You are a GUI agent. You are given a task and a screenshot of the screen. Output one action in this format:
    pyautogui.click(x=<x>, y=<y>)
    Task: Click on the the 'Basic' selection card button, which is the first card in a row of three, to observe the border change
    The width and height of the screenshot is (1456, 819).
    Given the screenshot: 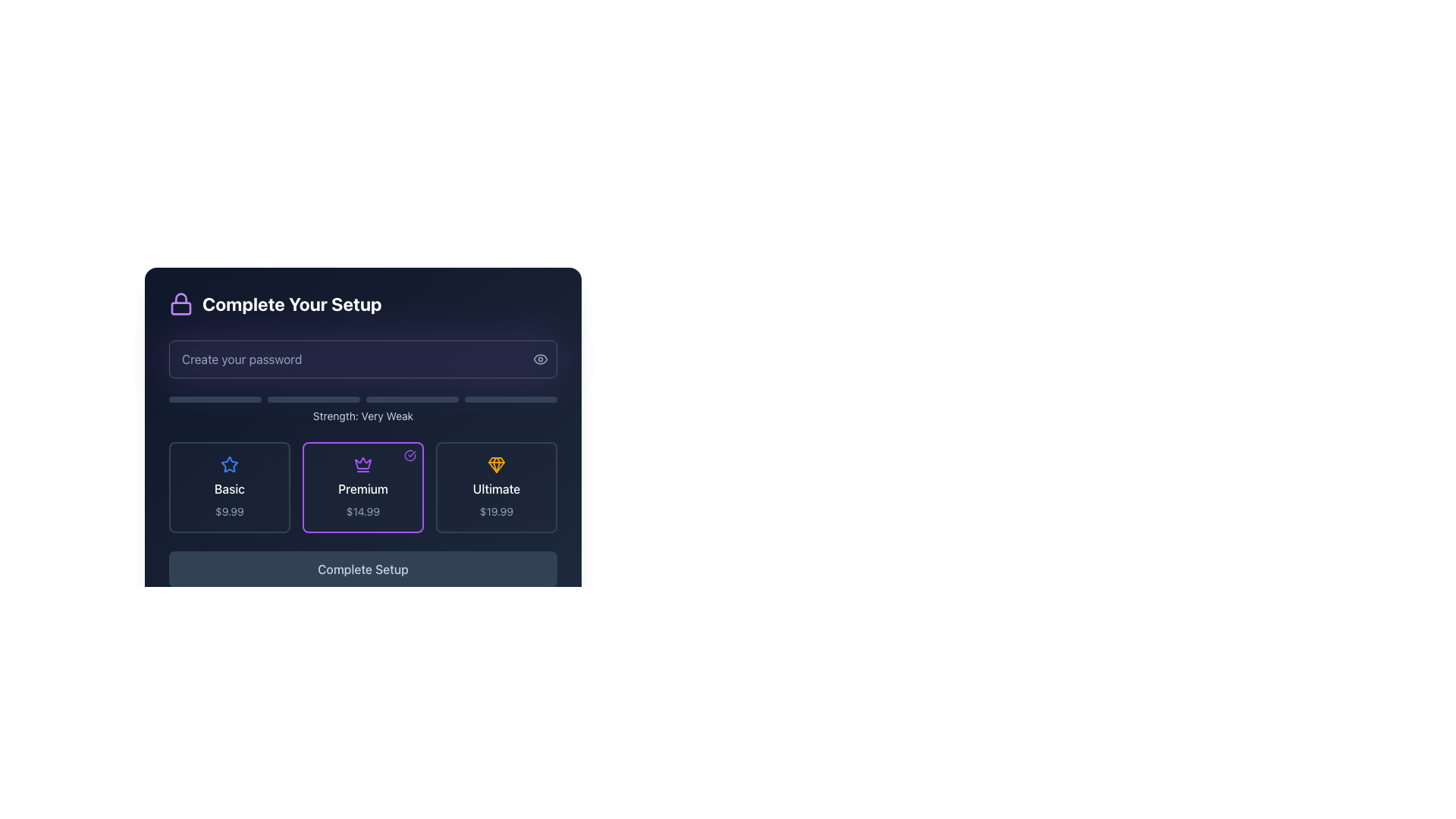 What is the action you would take?
    pyautogui.click(x=228, y=488)
    